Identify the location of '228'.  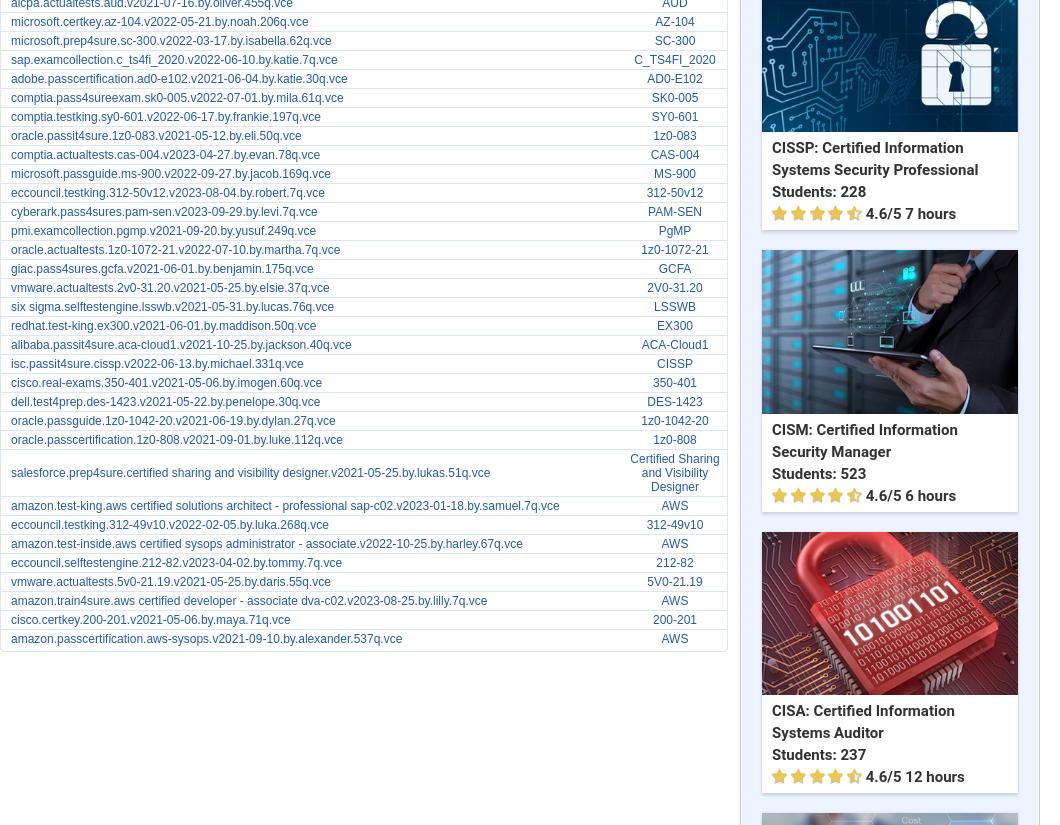
(852, 190).